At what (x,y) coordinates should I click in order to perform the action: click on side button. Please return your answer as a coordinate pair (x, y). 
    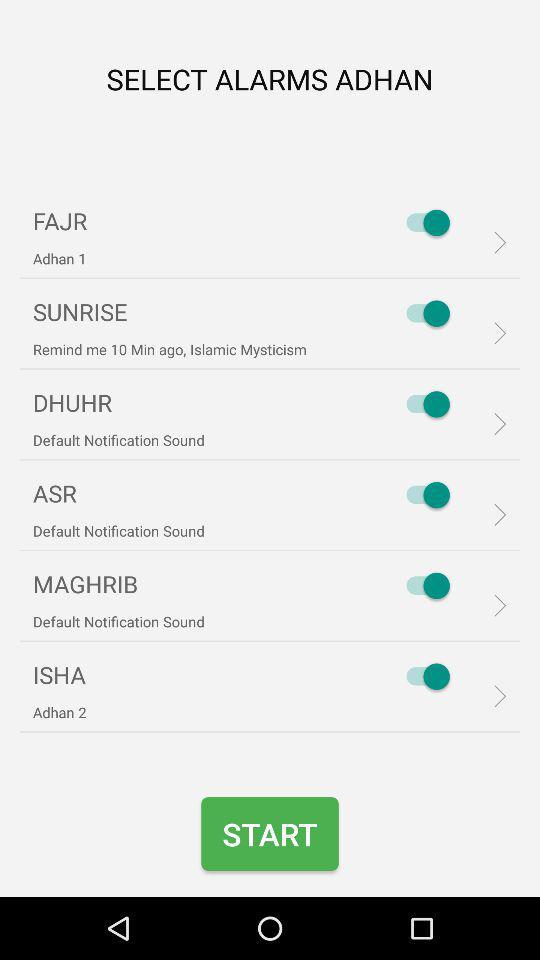
    Looking at the image, I should click on (422, 313).